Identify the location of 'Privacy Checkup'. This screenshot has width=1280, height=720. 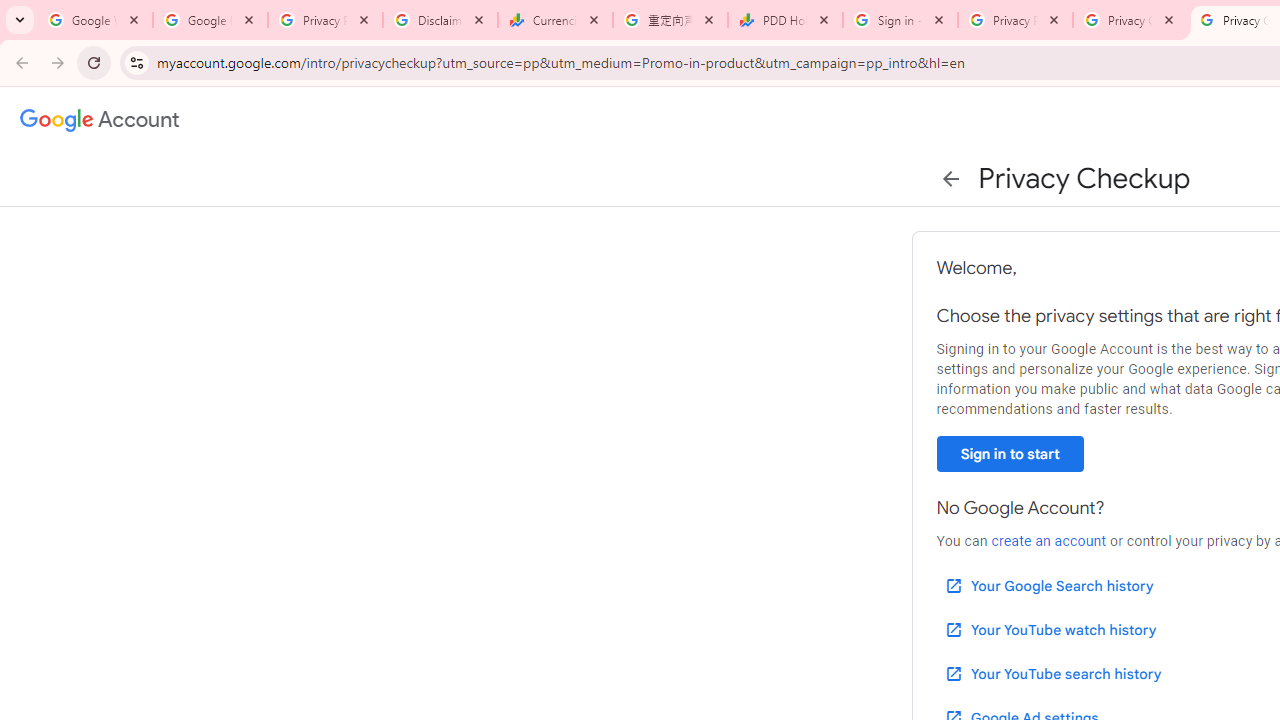
(1130, 20).